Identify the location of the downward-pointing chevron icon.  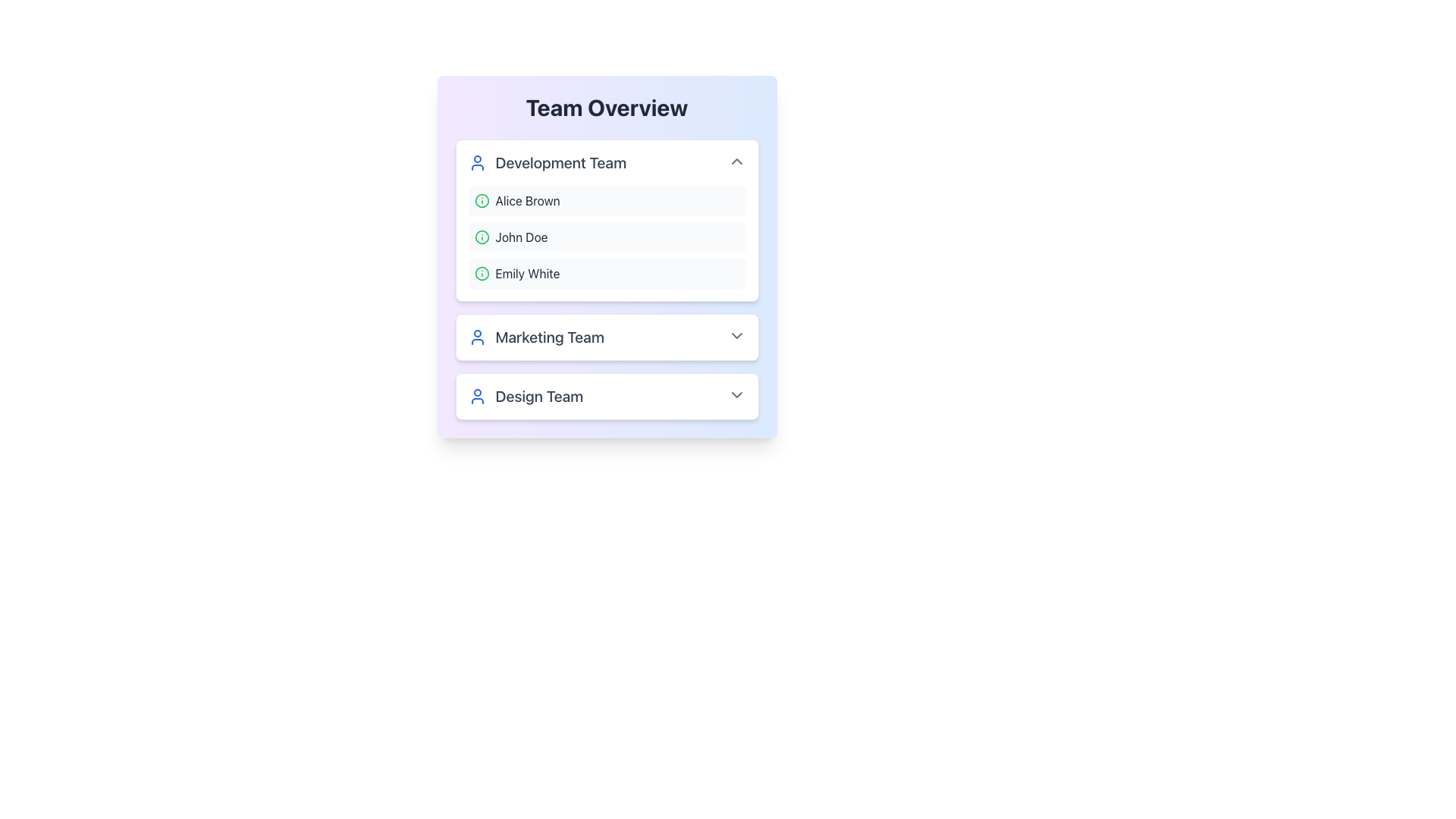
(736, 335).